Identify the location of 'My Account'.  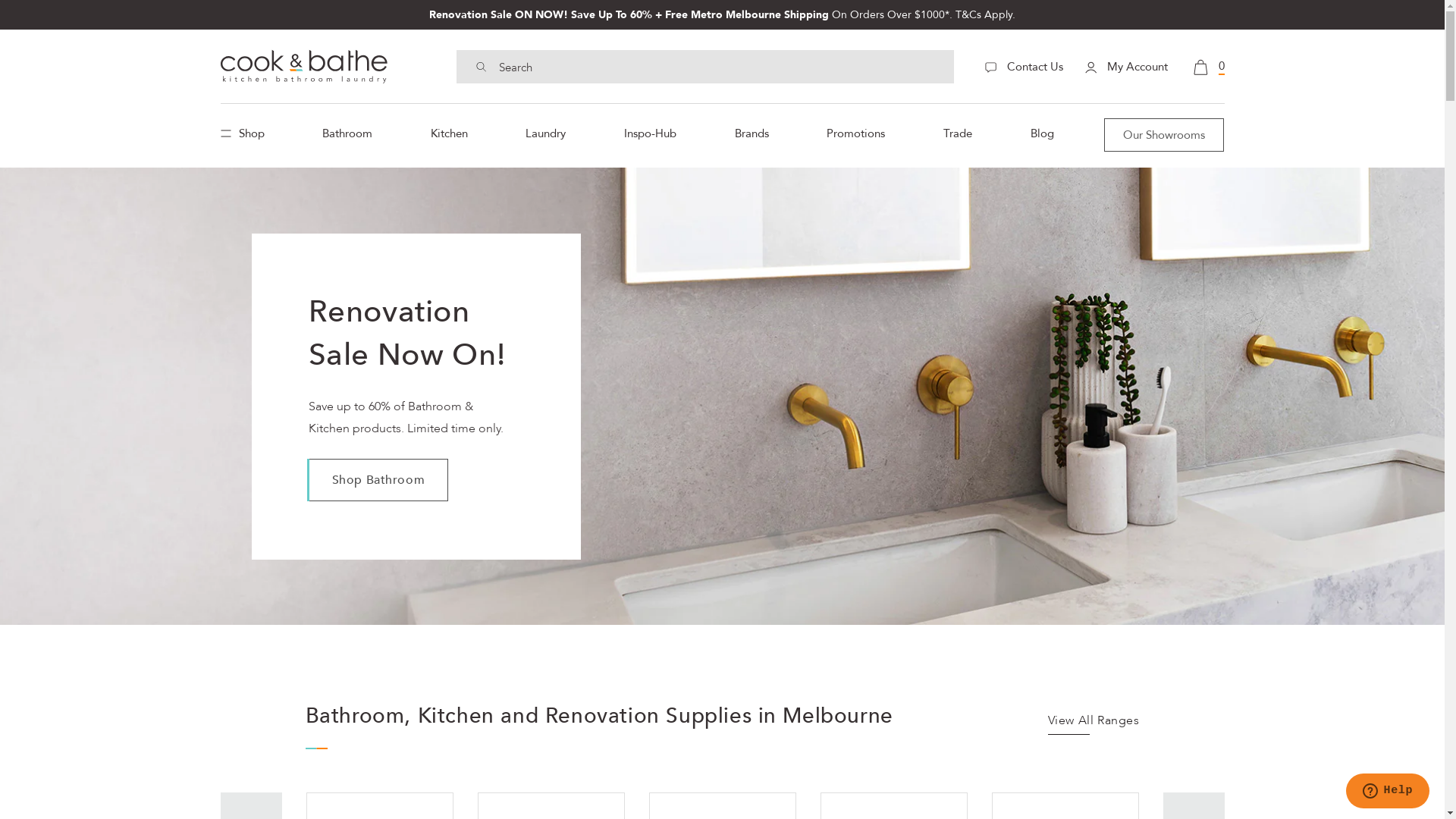
(1125, 66).